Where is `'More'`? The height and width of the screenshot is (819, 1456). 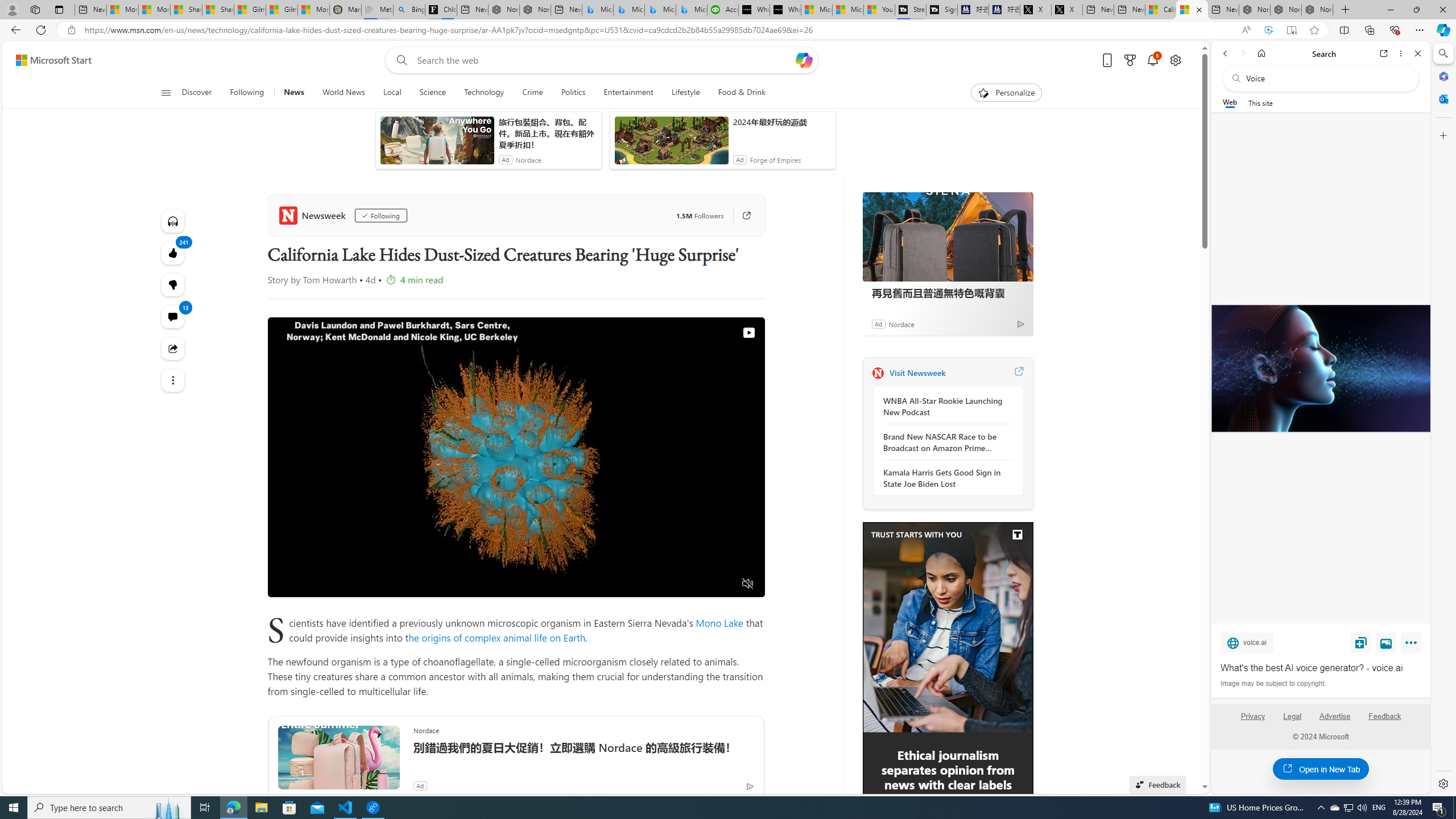 'More' is located at coordinates (1412, 644).